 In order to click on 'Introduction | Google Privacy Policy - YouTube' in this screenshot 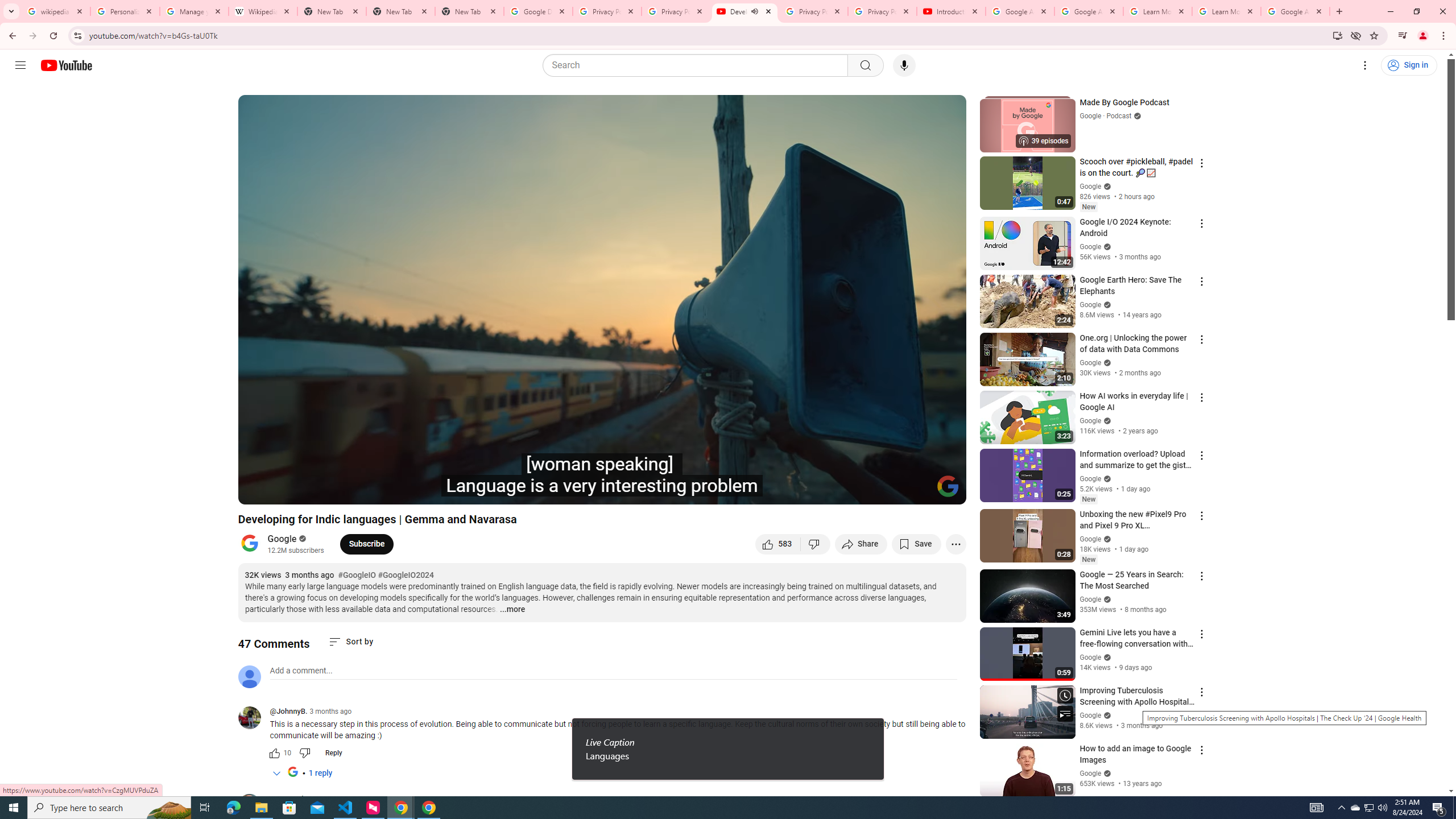, I will do `click(950, 11)`.